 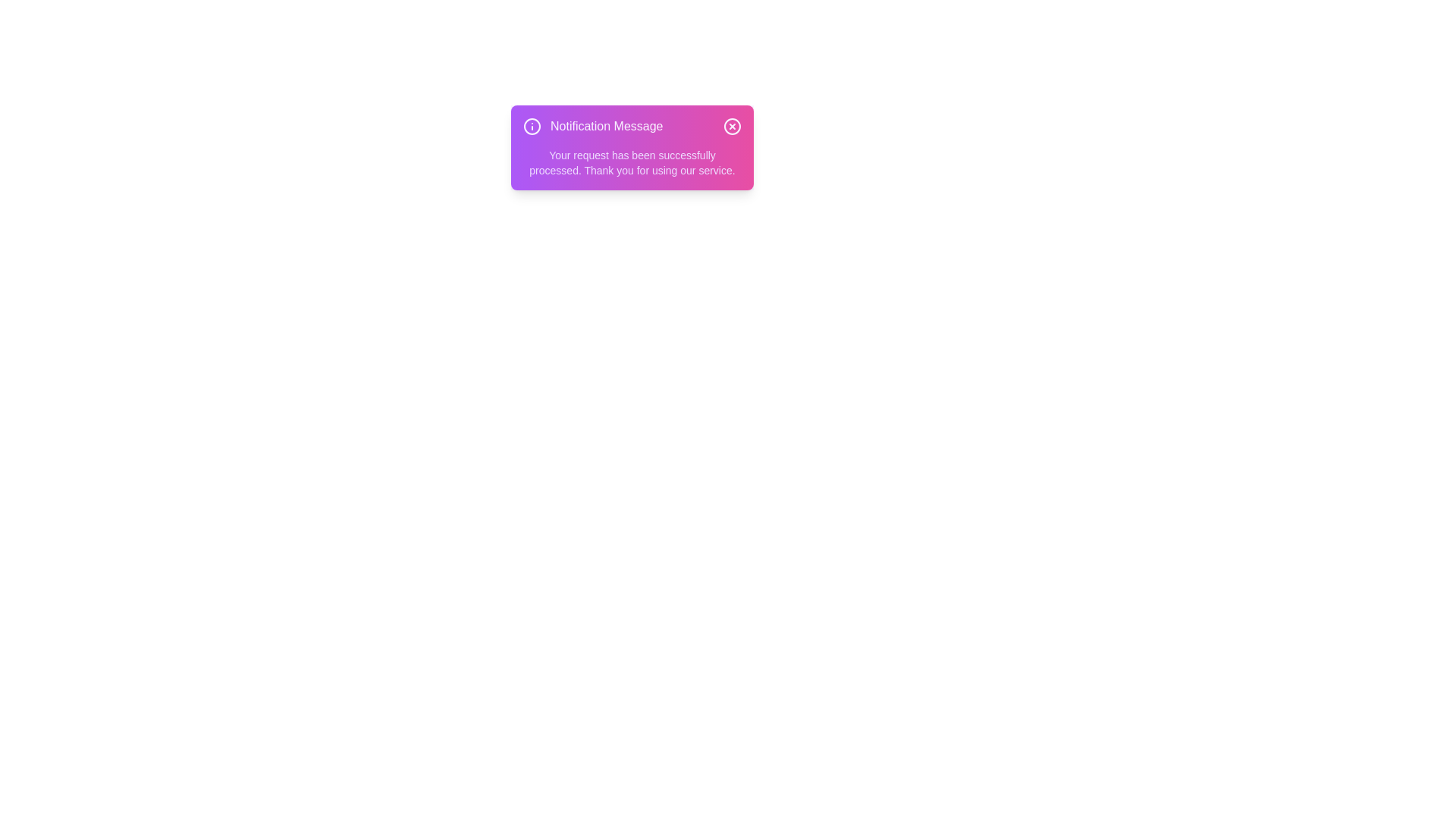 What do you see at coordinates (632, 125) in the screenshot?
I see `the header bar titled 'Notification Message'` at bounding box center [632, 125].